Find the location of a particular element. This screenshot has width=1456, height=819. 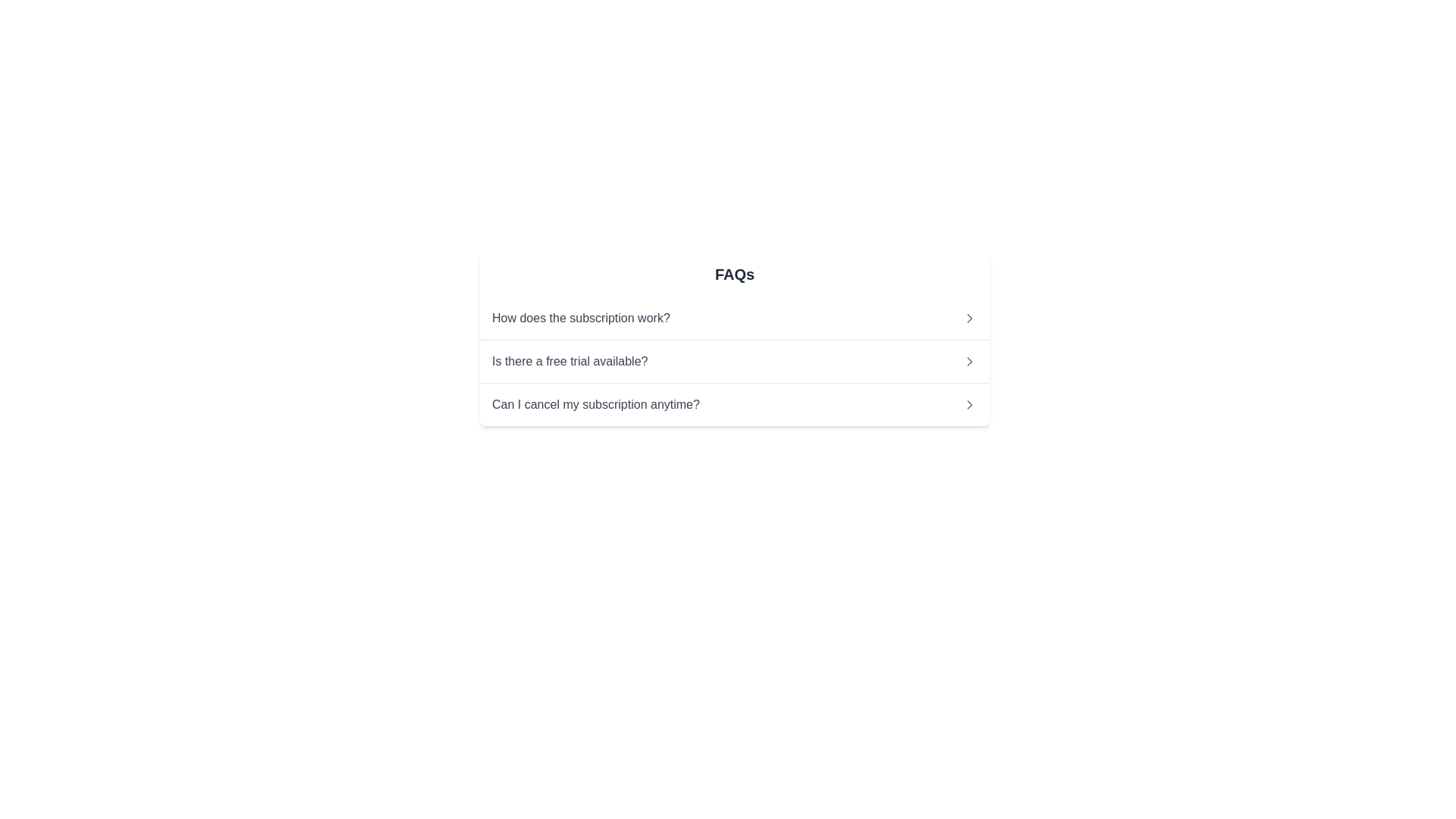

the first Text Label in the FAQs section to expand and reveal more information is located at coordinates (580, 318).